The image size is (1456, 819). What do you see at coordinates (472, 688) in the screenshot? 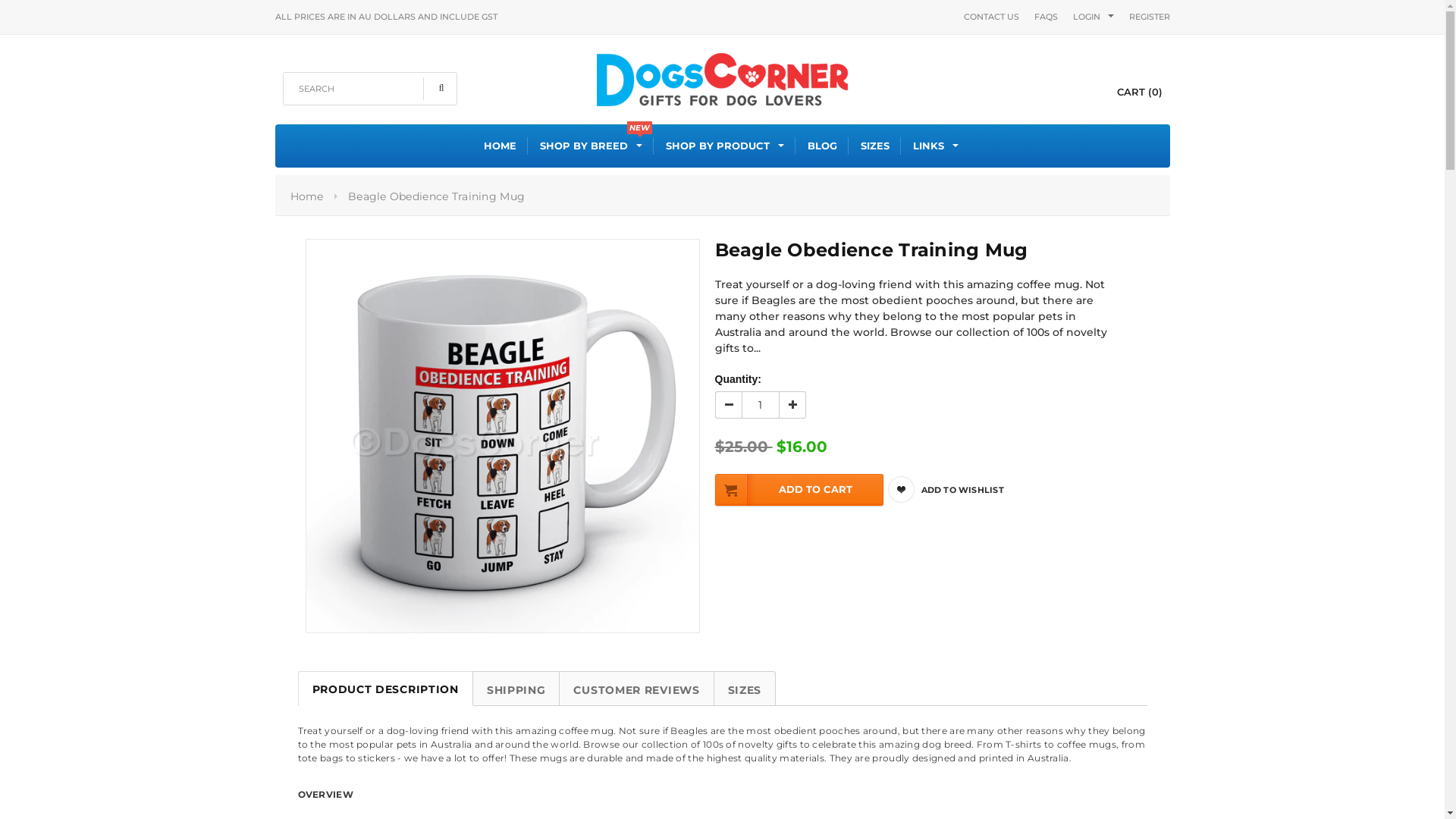
I see `'SHIPPING'` at bounding box center [472, 688].